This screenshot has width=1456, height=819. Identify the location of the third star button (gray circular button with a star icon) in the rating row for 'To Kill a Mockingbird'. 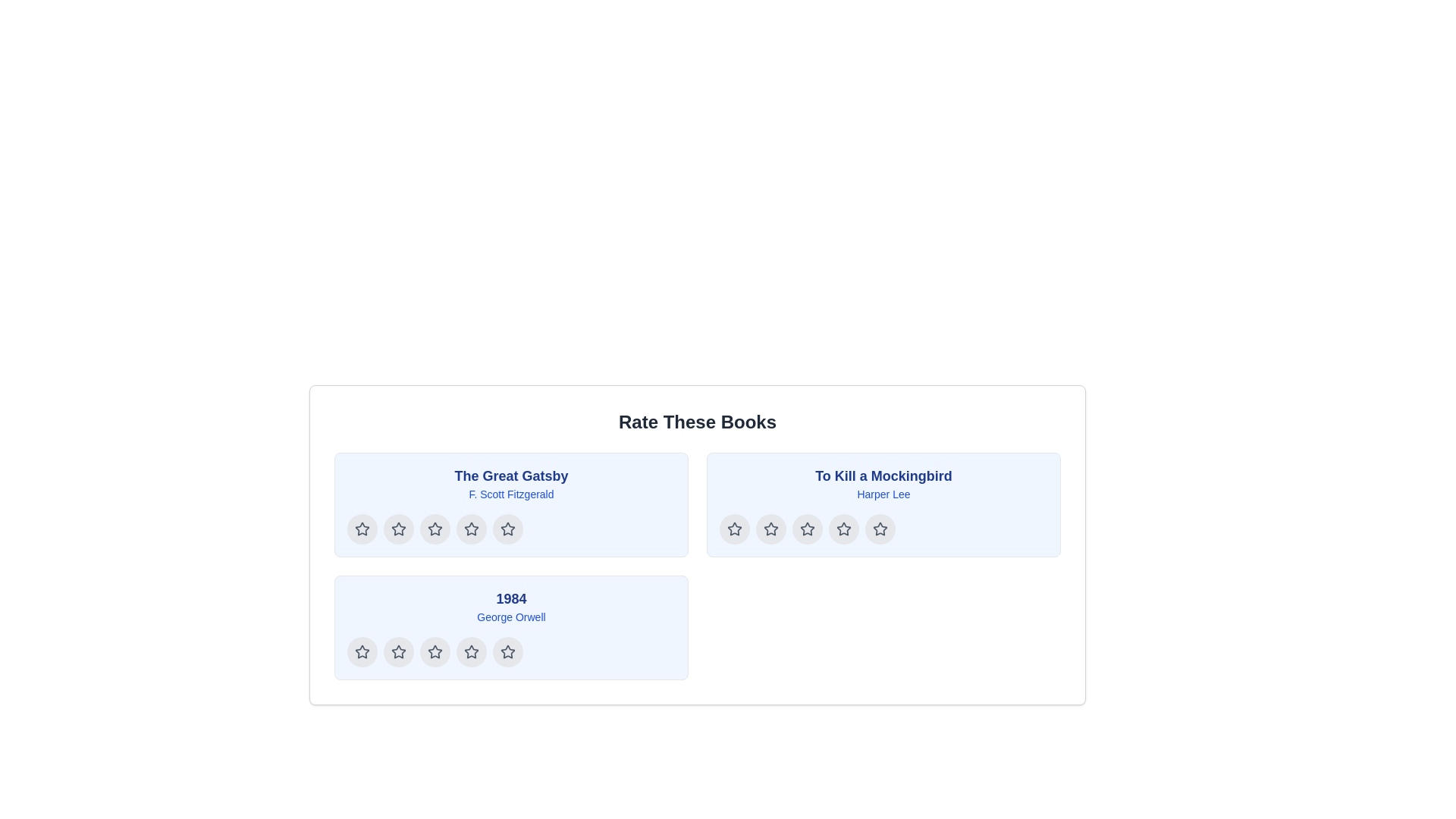
(807, 529).